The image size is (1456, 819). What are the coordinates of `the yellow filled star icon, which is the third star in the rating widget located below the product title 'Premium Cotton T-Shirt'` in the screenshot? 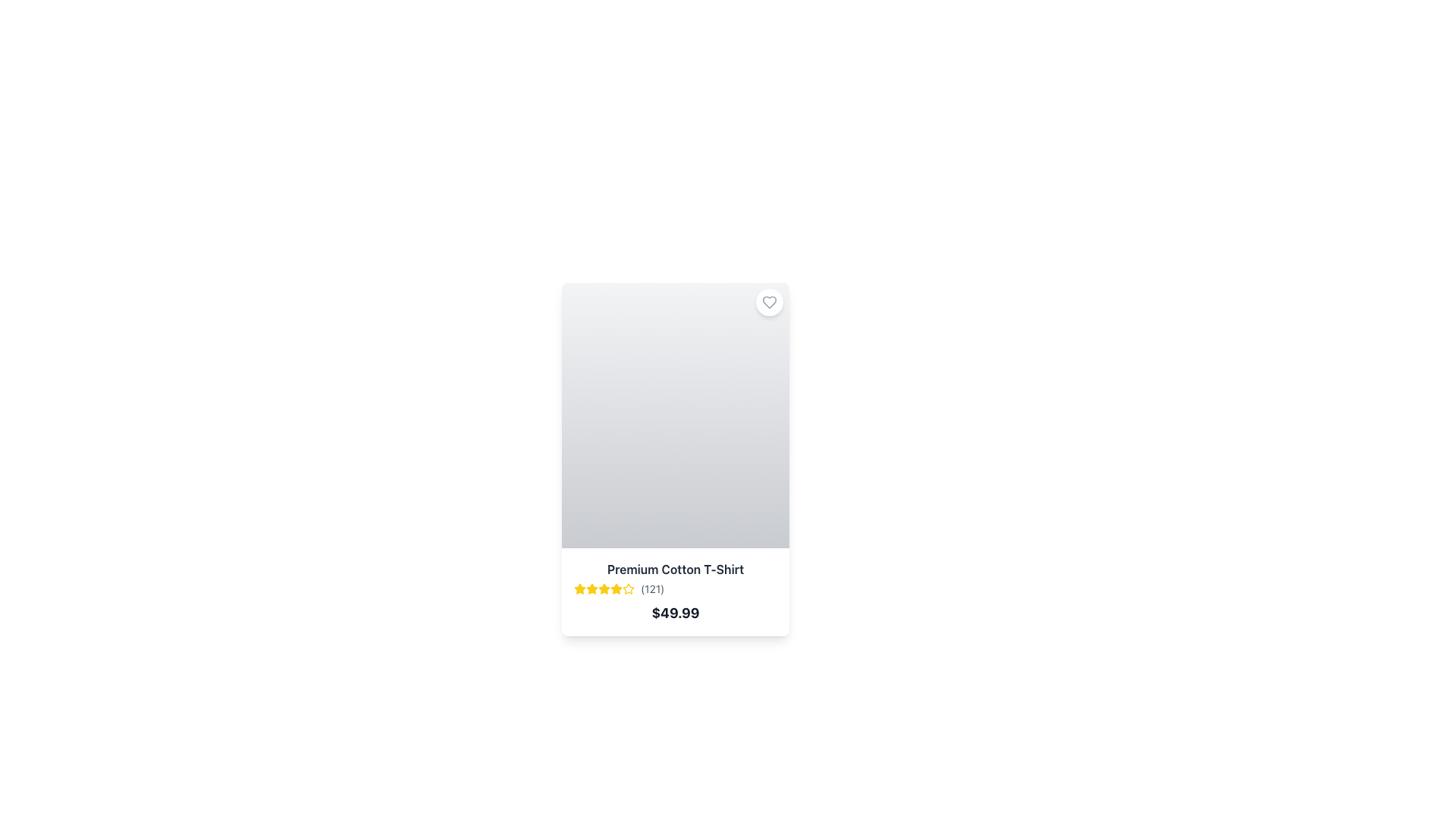 It's located at (591, 588).